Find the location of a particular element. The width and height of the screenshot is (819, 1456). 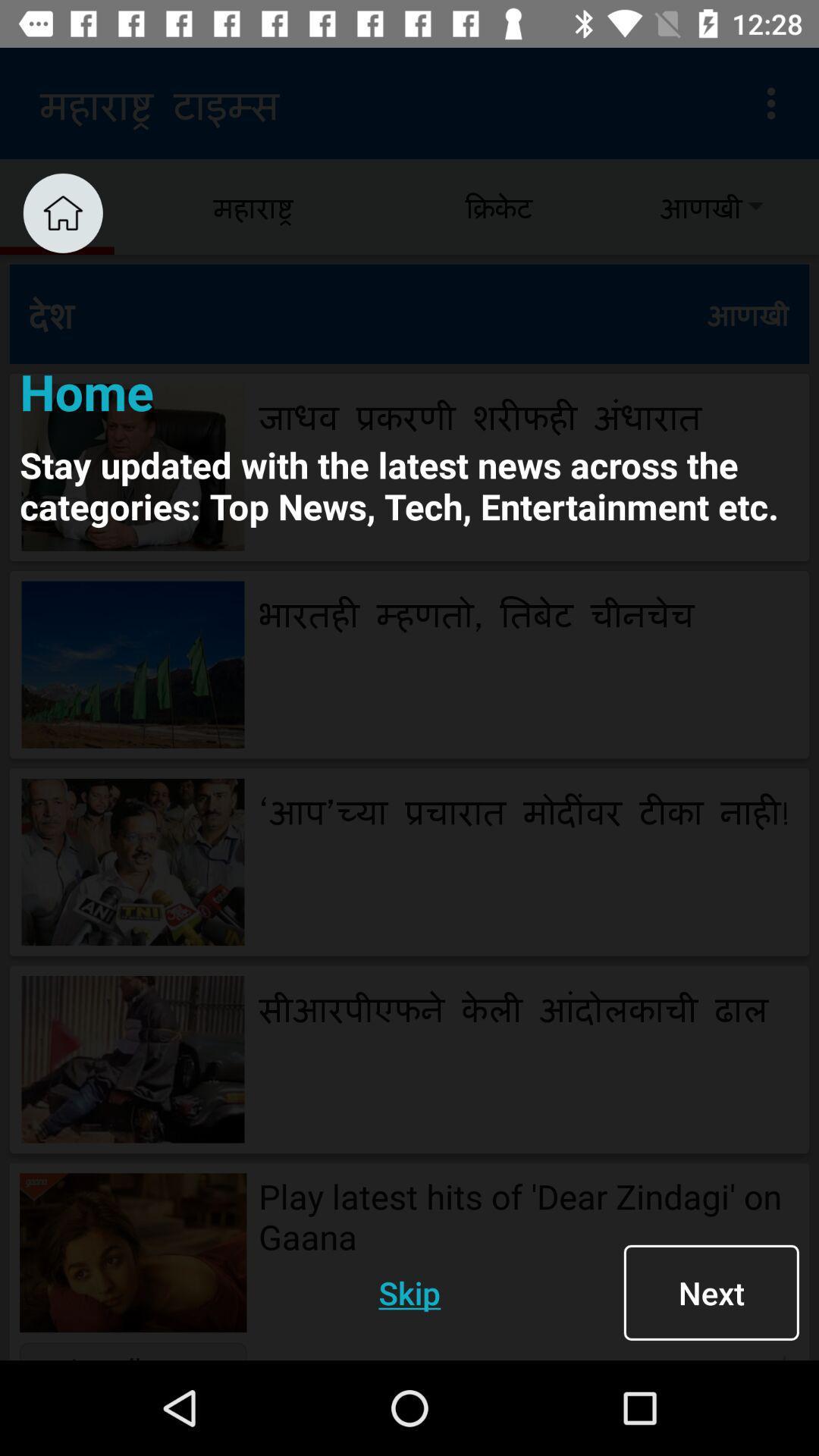

the home icon is located at coordinates (62, 212).